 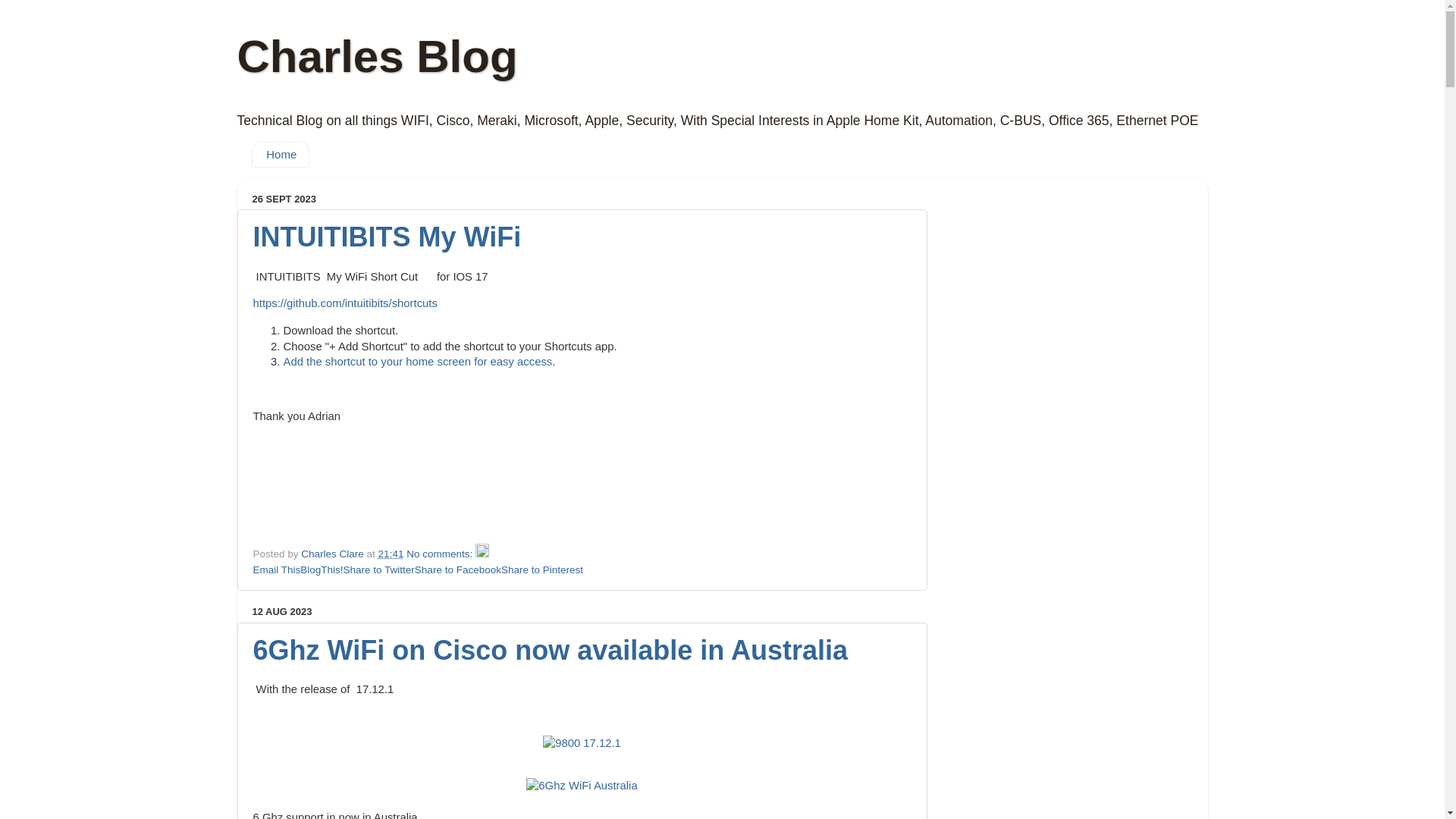 What do you see at coordinates (481, 554) in the screenshot?
I see `'Edit Post'` at bounding box center [481, 554].